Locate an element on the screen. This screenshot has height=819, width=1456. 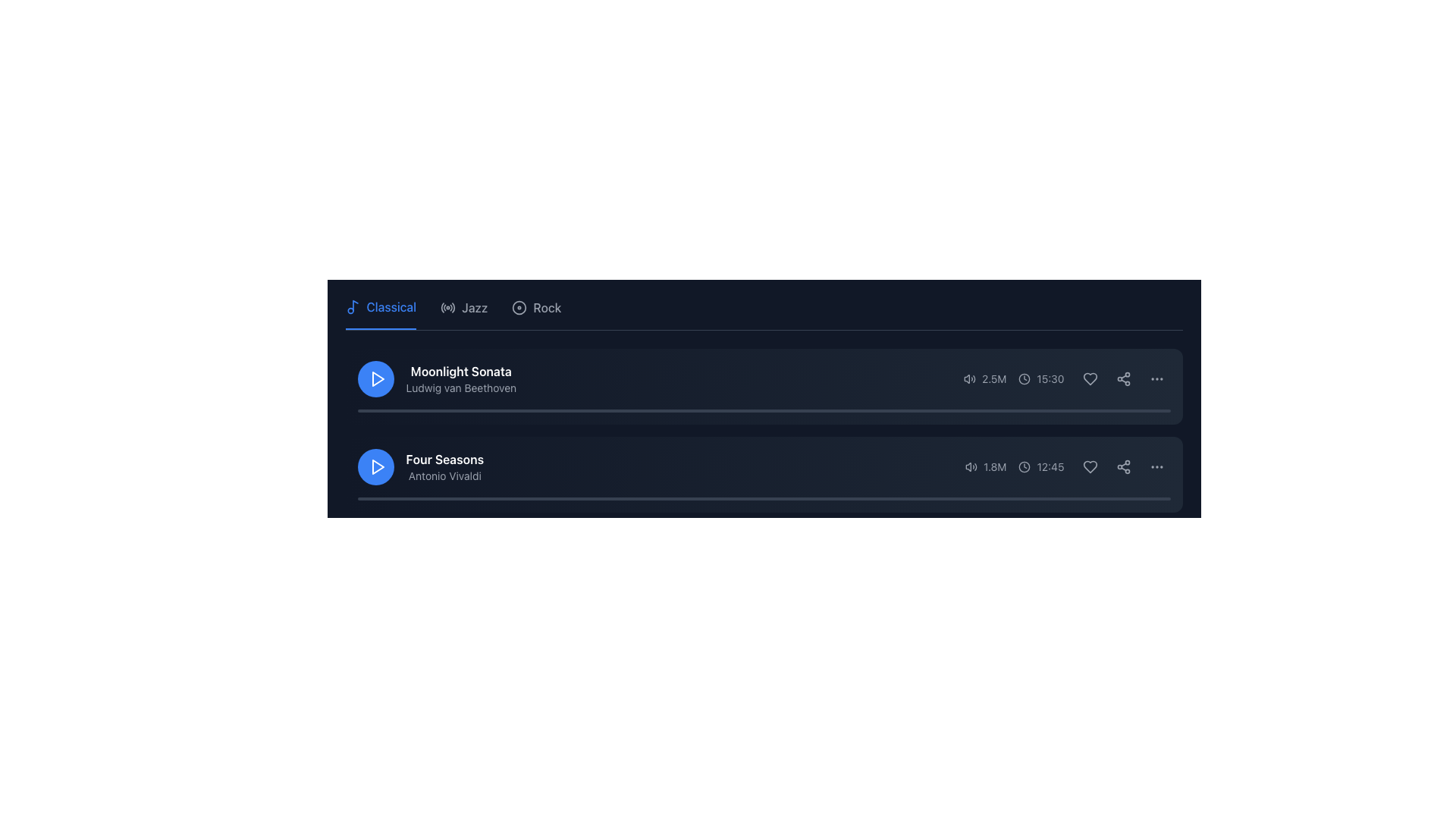
displayed information from the text label showing '1.8M', which is styled in muted gray and is positioned to the right of the audio icon in the bottom audio entry of the 'Four Seasons' item is located at coordinates (986, 466).